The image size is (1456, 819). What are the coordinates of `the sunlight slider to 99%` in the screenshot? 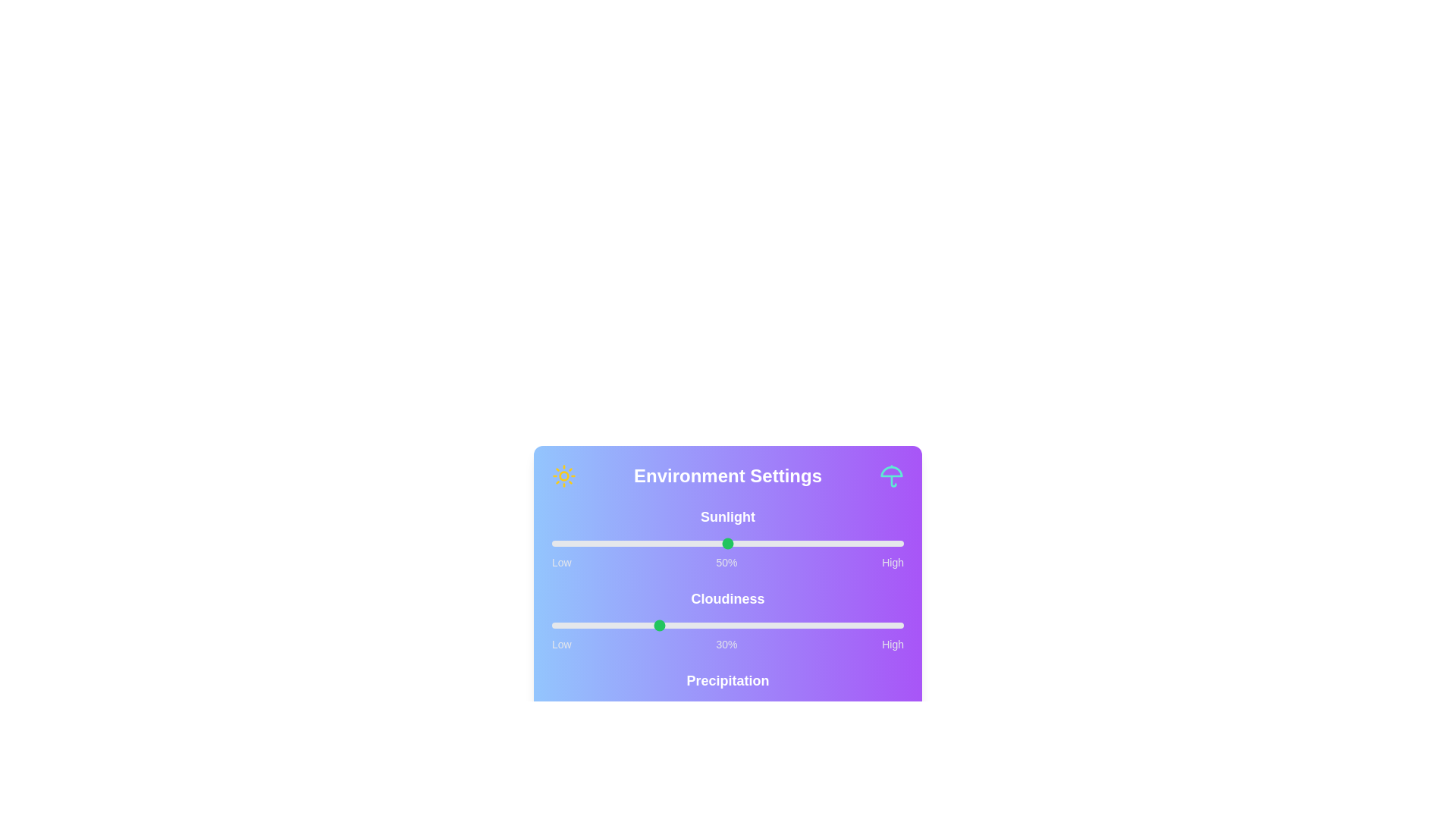 It's located at (900, 543).